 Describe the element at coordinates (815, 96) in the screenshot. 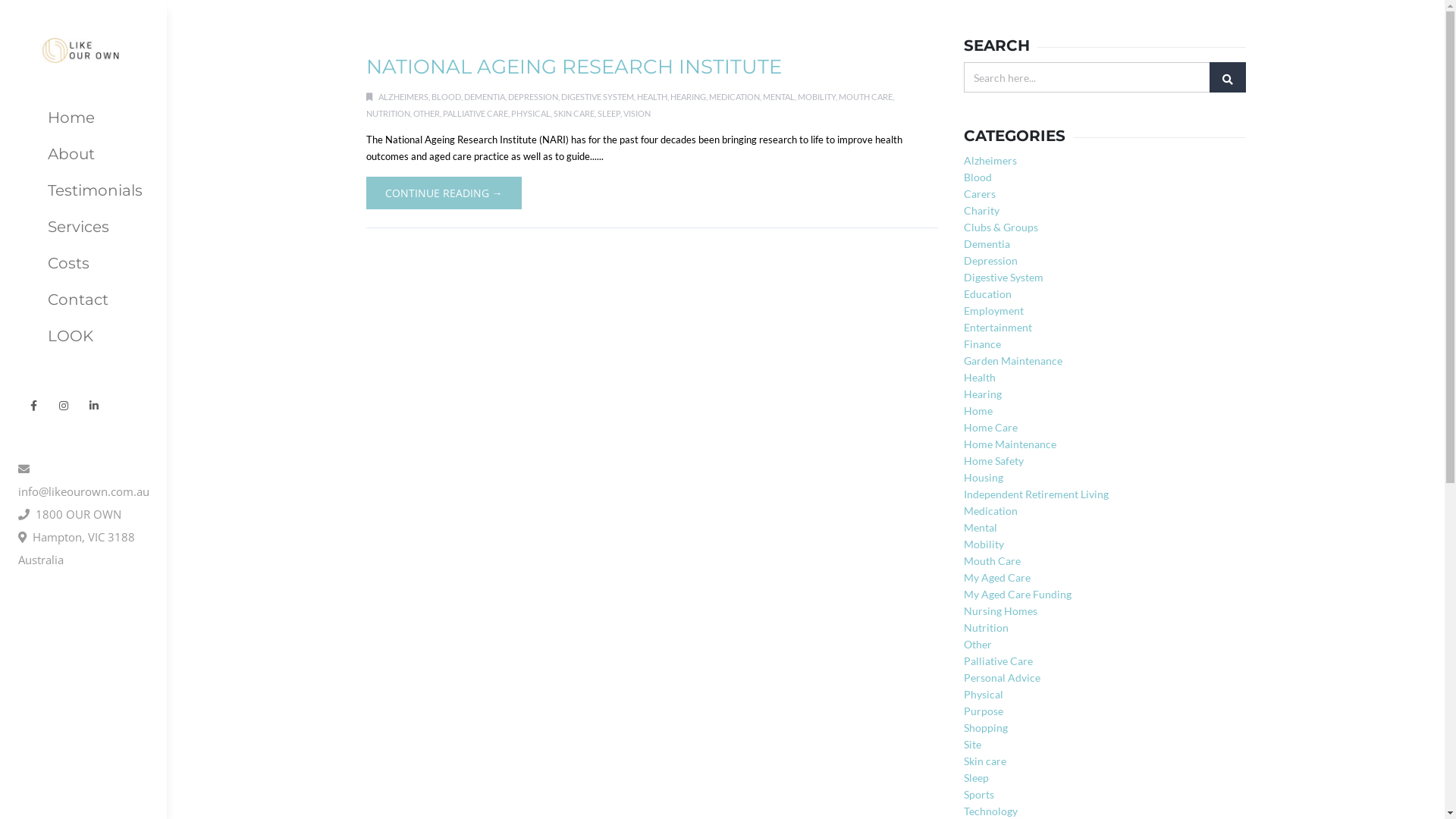

I see `'MOBILITY'` at that location.